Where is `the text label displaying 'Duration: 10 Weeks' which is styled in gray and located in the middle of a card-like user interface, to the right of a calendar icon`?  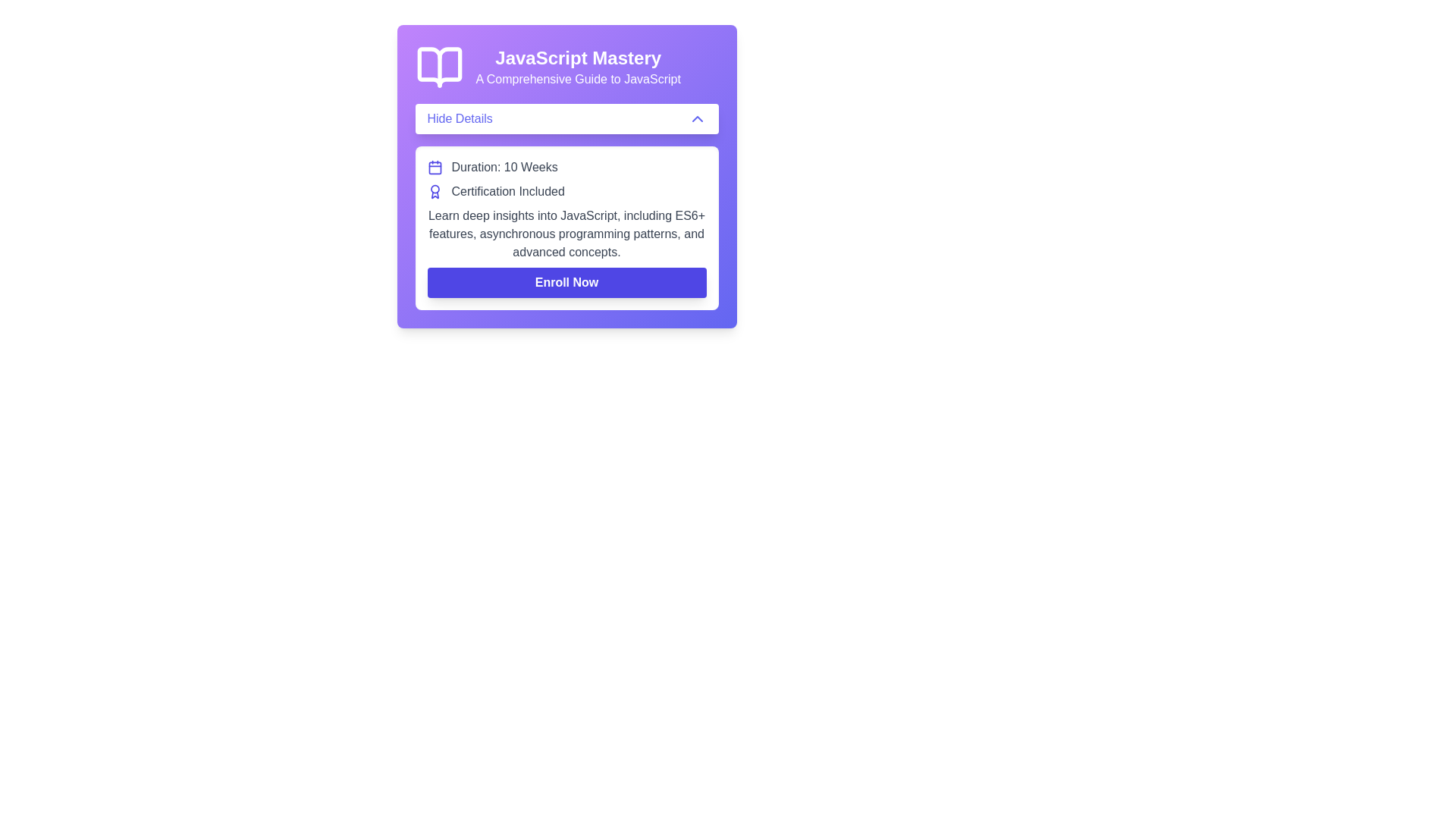 the text label displaying 'Duration: 10 Weeks' which is styled in gray and located in the middle of a card-like user interface, to the right of a calendar icon is located at coordinates (504, 167).